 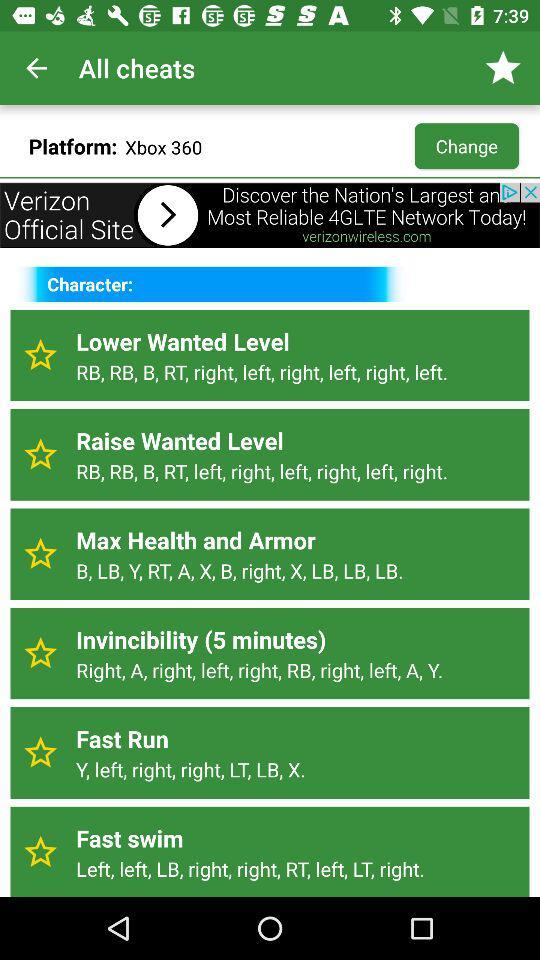 What do you see at coordinates (40, 355) in the screenshot?
I see `the star icon` at bounding box center [40, 355].